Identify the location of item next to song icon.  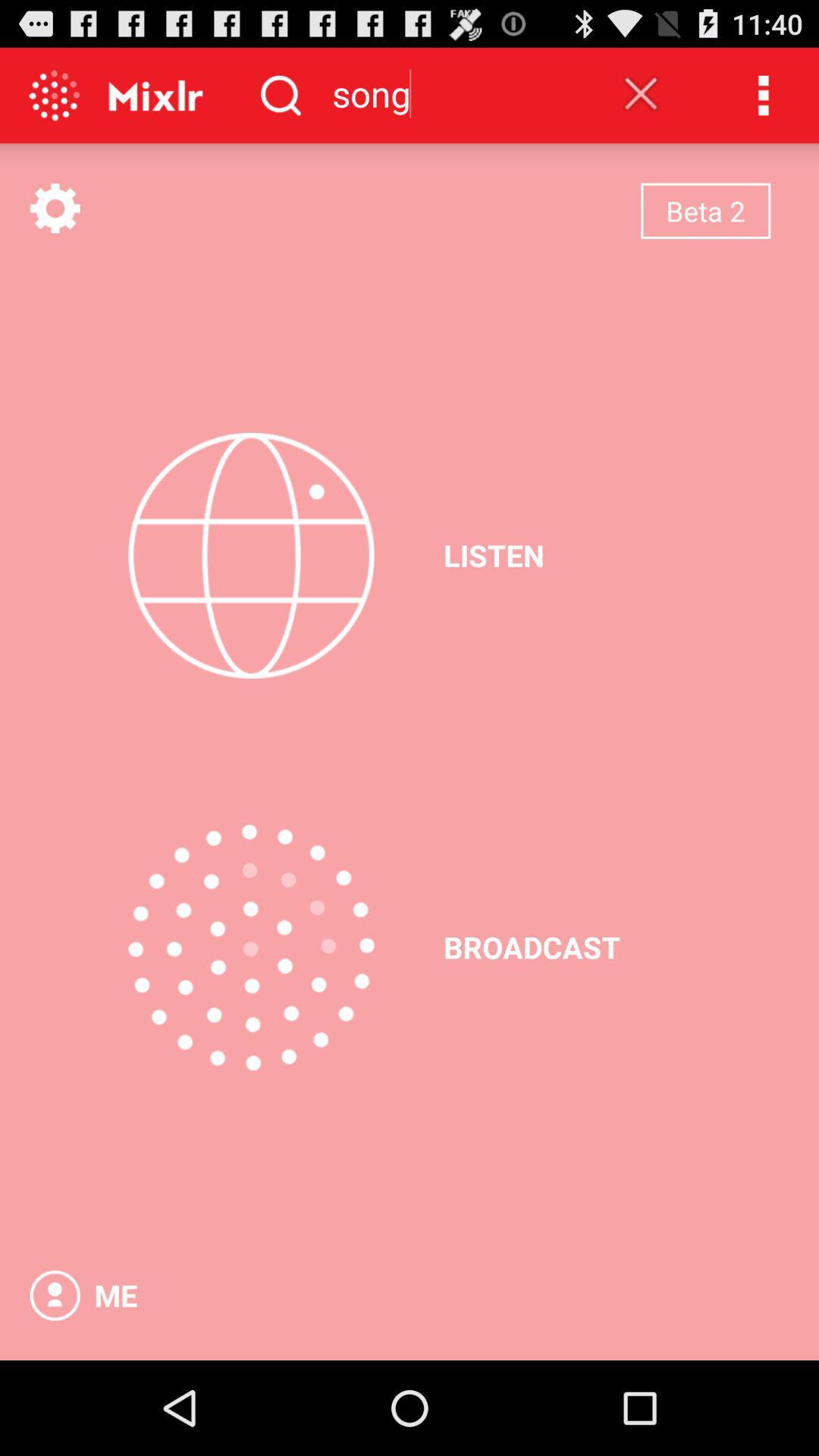
(641, 93).